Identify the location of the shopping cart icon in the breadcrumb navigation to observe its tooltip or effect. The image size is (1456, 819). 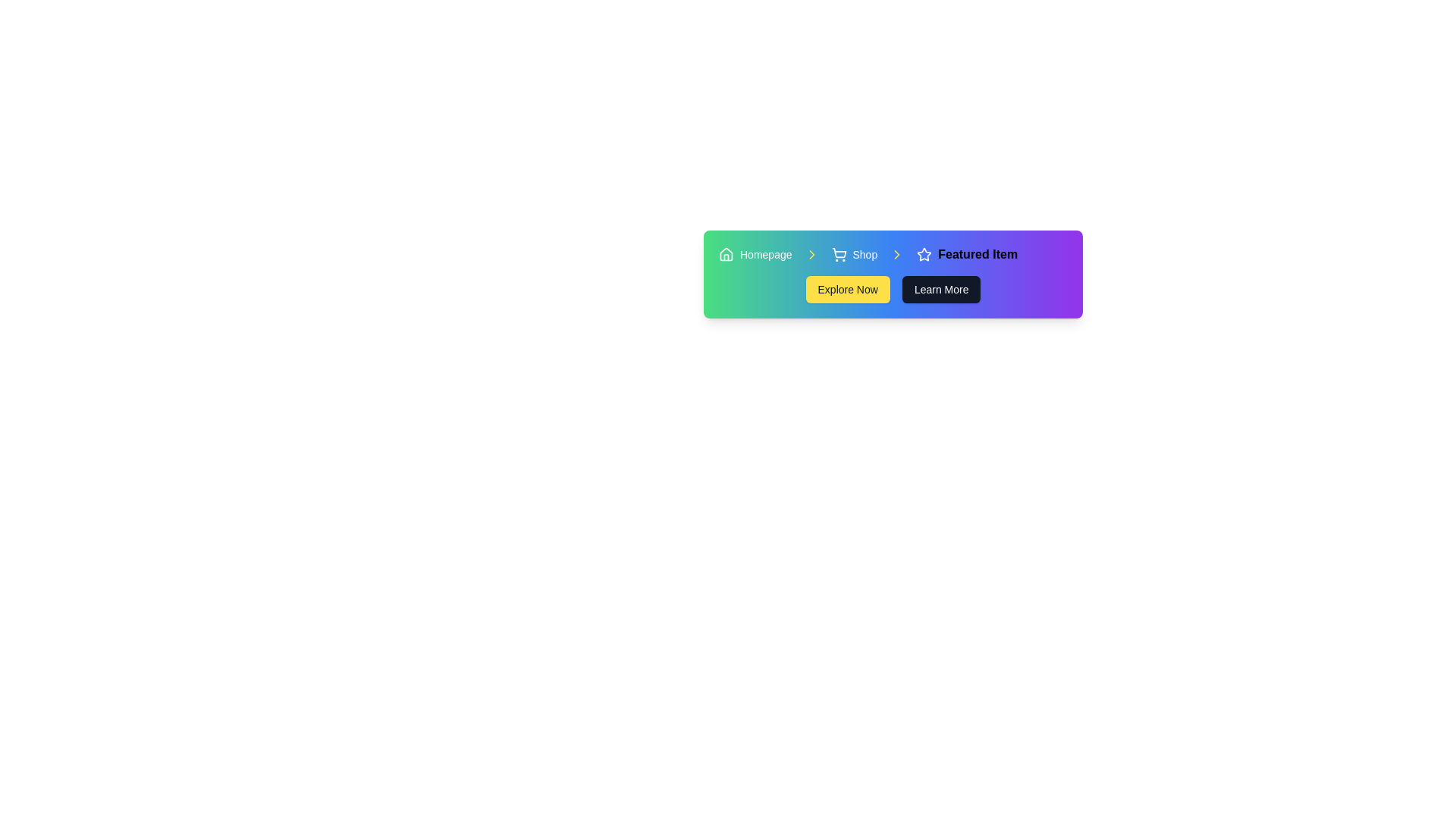
(838, 252).